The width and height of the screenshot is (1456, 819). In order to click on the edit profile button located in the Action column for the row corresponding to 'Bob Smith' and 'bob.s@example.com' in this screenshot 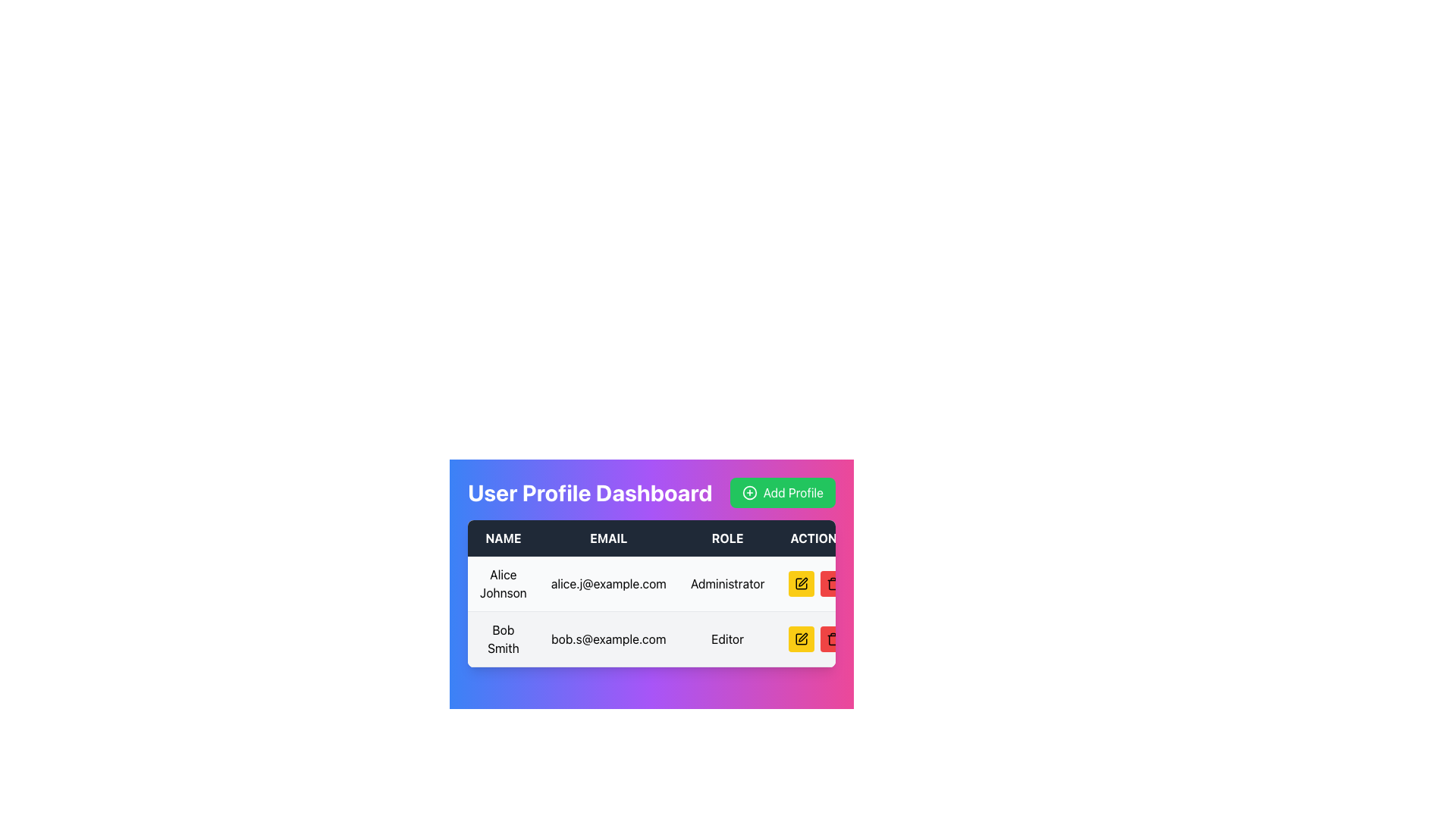, I will do `click(801, 583)`.